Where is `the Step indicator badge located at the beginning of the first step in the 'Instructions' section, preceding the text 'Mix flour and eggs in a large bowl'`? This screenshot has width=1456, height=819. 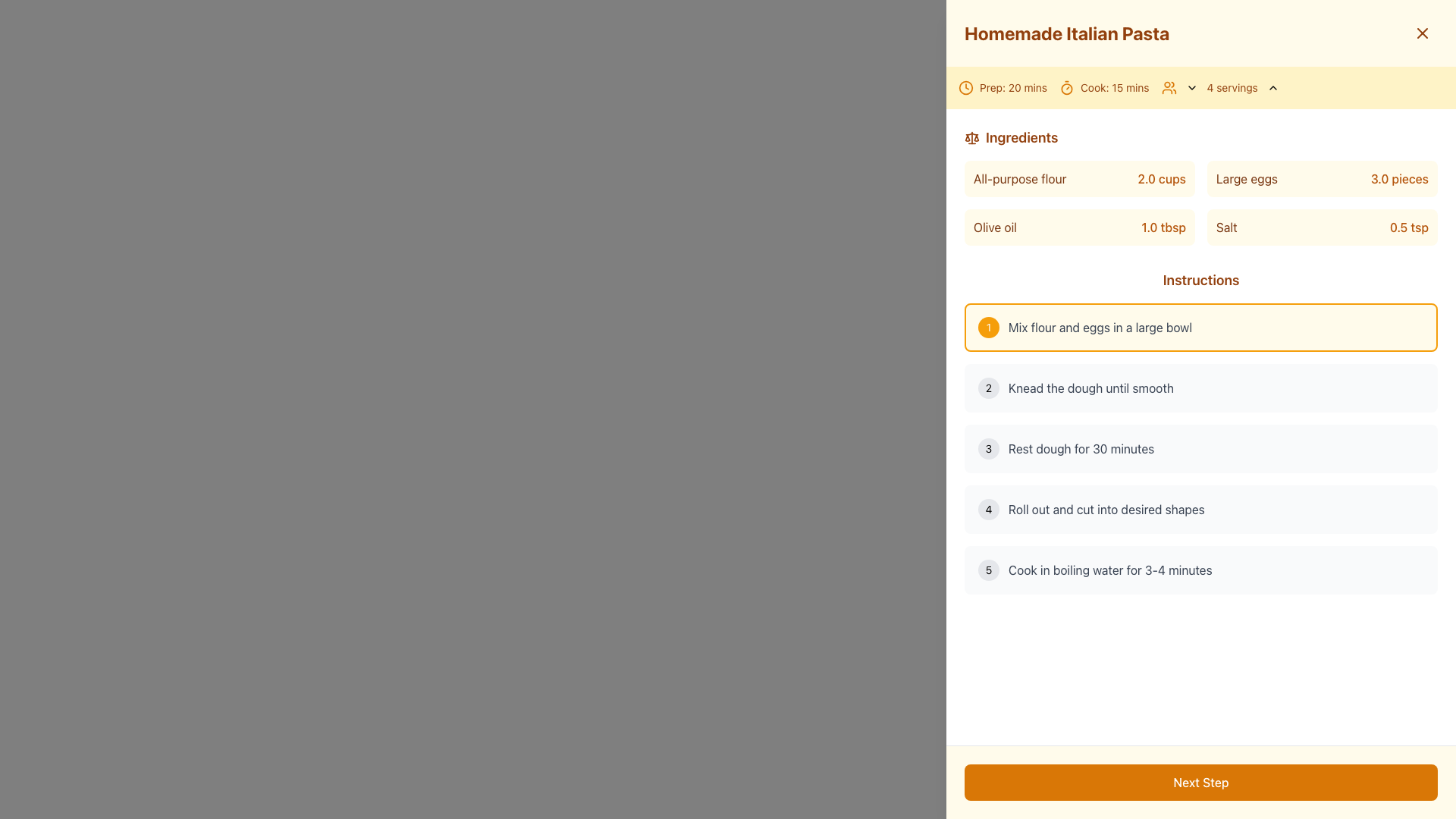 the Step indicator badge located at the beginning of the first step in the 'Instructions' section, preceding the text 'Mix flour and eggs in a large bowl' is located at coordinates (989, 327).